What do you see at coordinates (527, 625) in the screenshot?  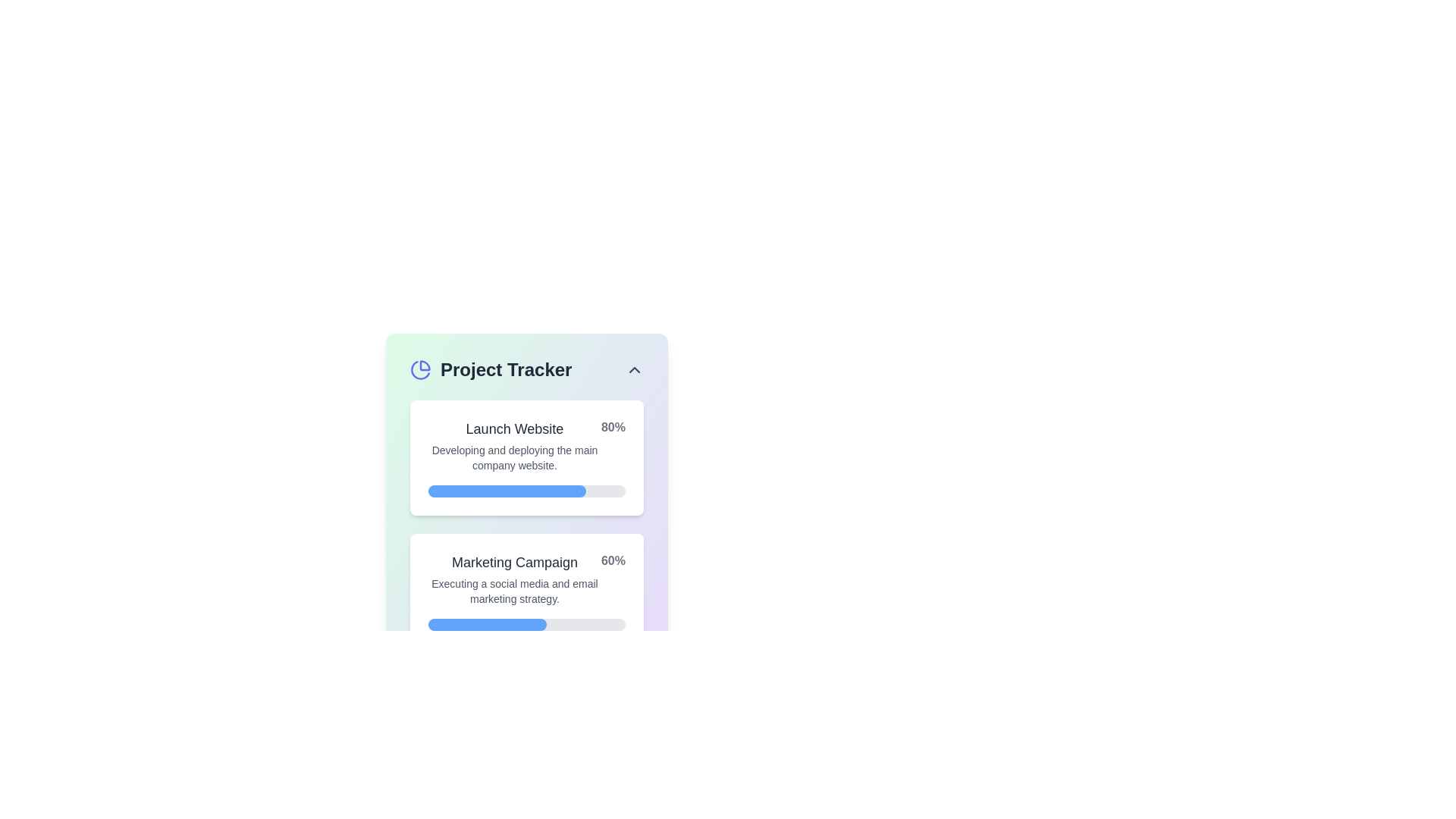 I see `the progress bar located at the bottom of the 'Marketing Campaign' card, which visually represents a completion progress of 60%` at bounding box center [527, 625].